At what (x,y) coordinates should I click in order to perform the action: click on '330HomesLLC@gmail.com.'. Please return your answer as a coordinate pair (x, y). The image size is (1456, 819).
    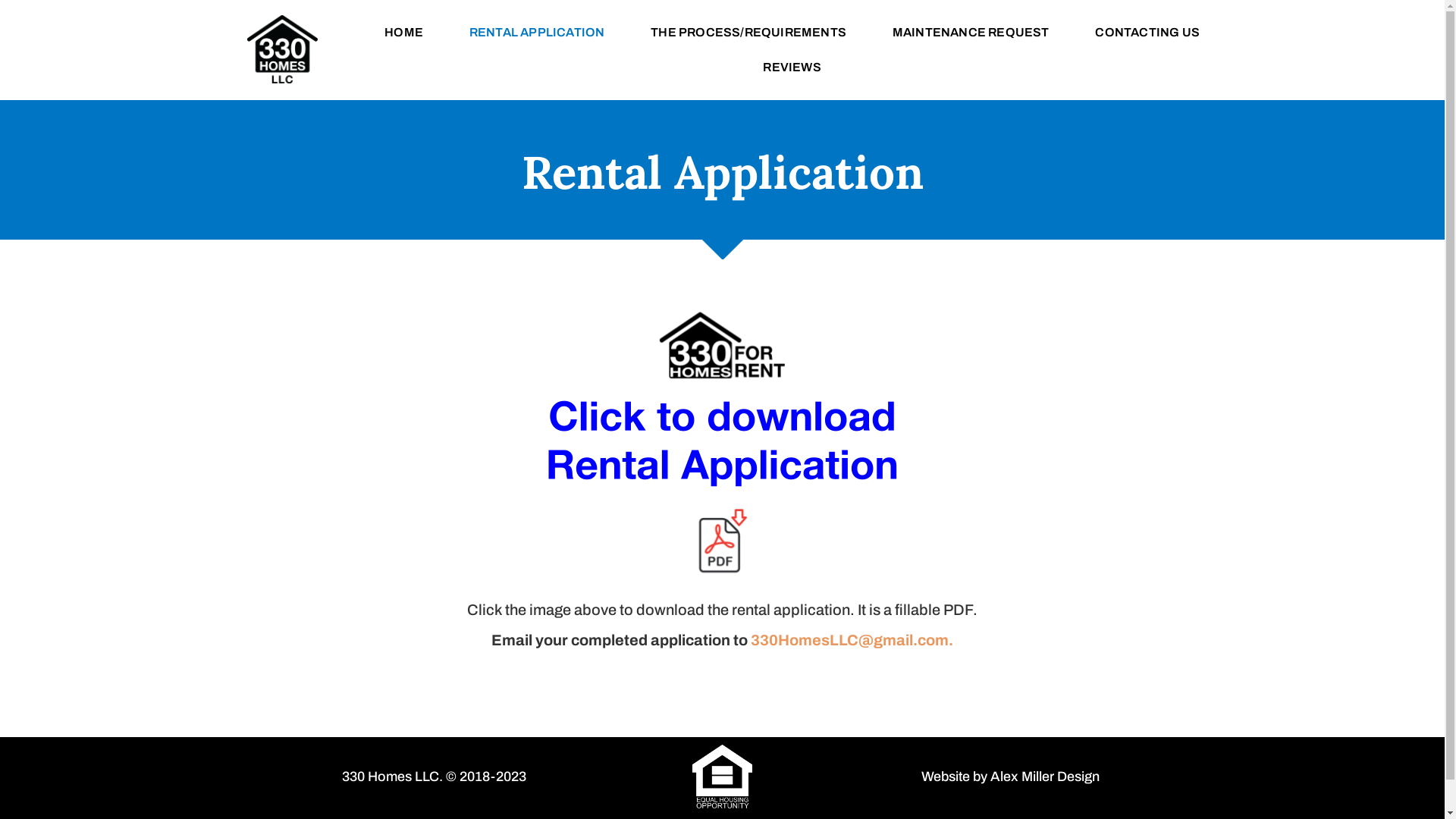
    Looking at the image, I should click on (852, 640).